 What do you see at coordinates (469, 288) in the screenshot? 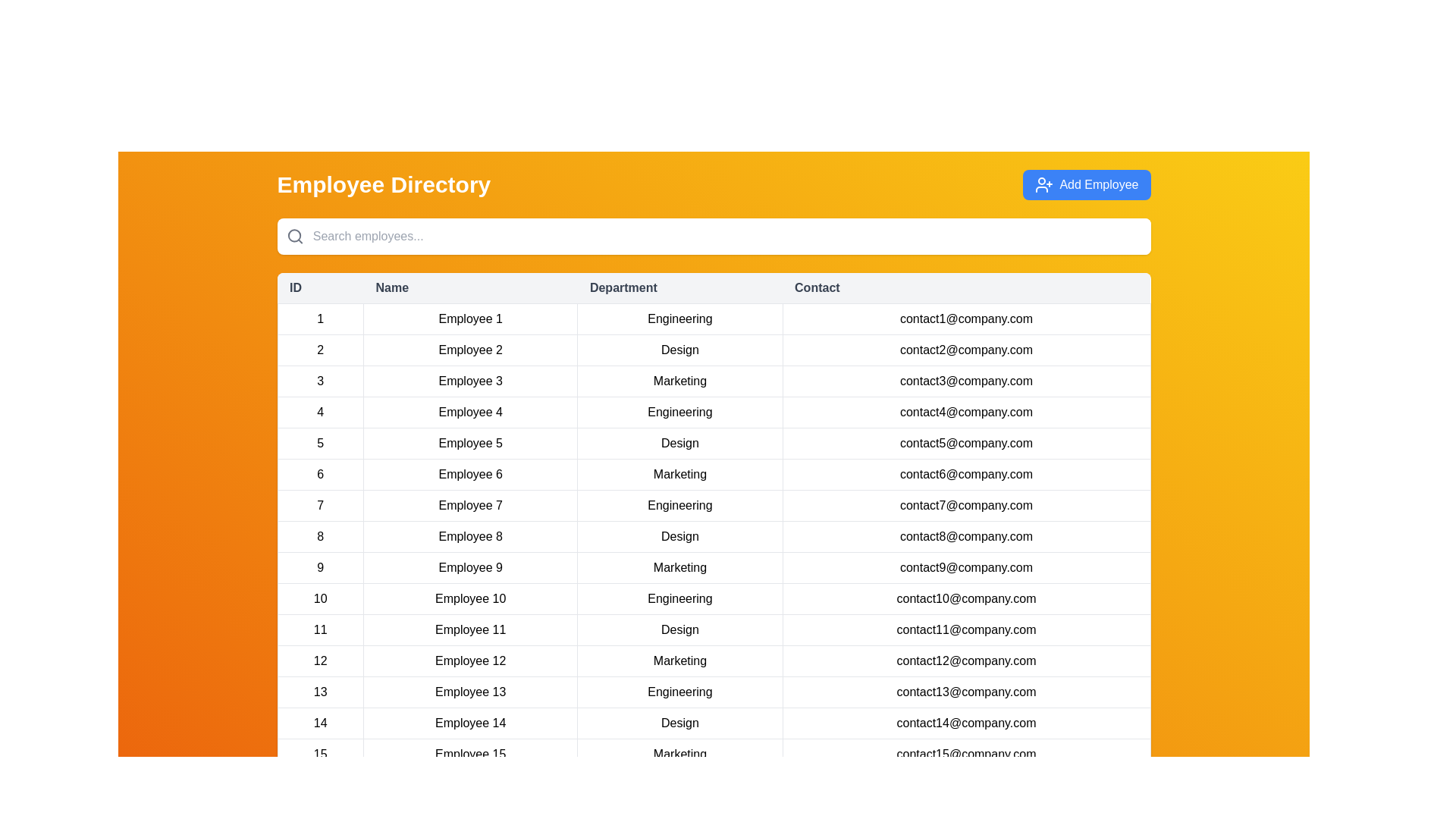
I see `the column header Name to sort the table by that column` at bounding box center [469, 288].